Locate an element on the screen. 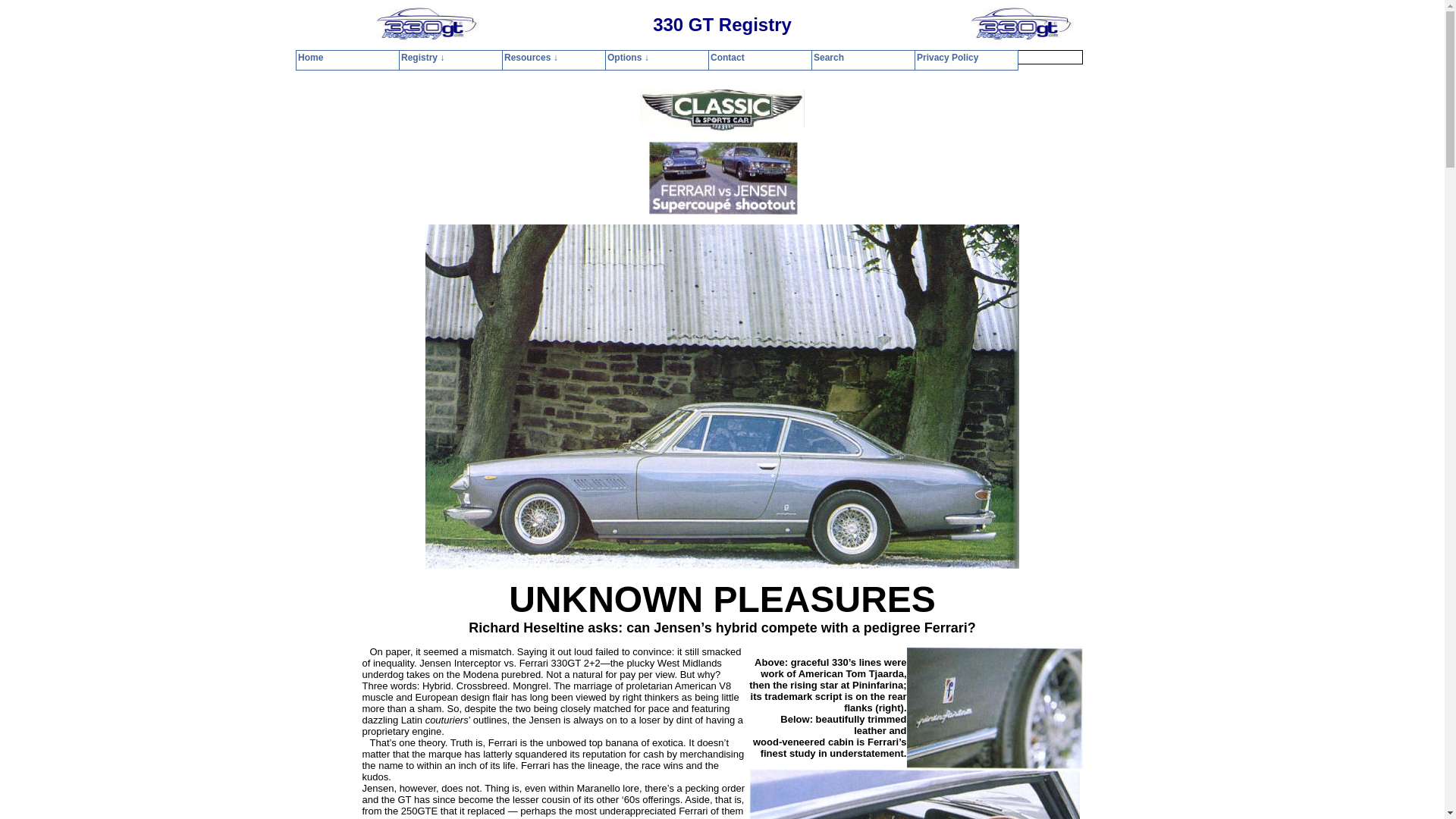 This screenshot has height=819, width=1456. 'Search' is located at coordinates (801, 56).